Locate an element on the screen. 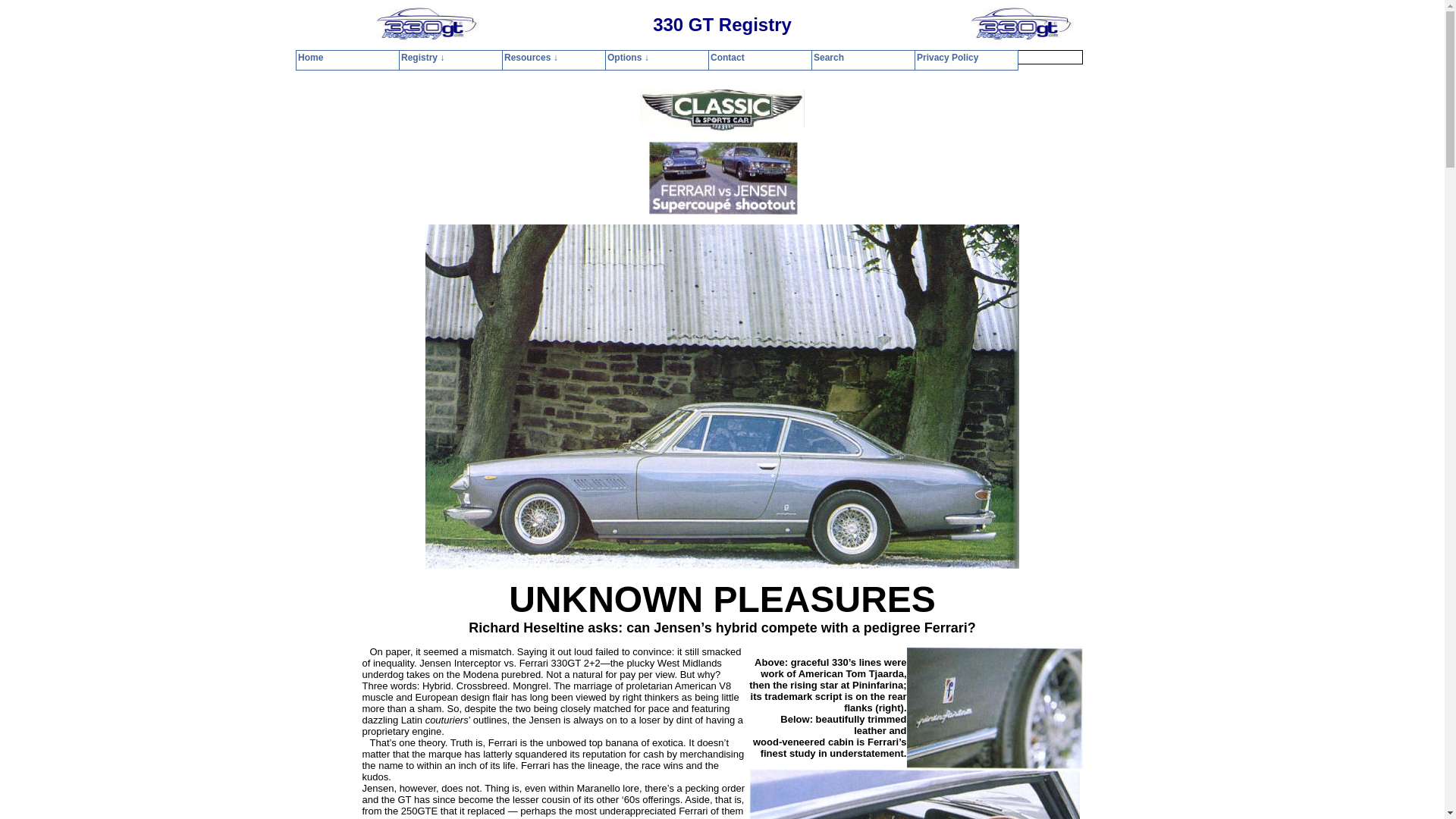 This screenshot has height=819, width=1456. 'Search' is located at coordinates (801, 56).